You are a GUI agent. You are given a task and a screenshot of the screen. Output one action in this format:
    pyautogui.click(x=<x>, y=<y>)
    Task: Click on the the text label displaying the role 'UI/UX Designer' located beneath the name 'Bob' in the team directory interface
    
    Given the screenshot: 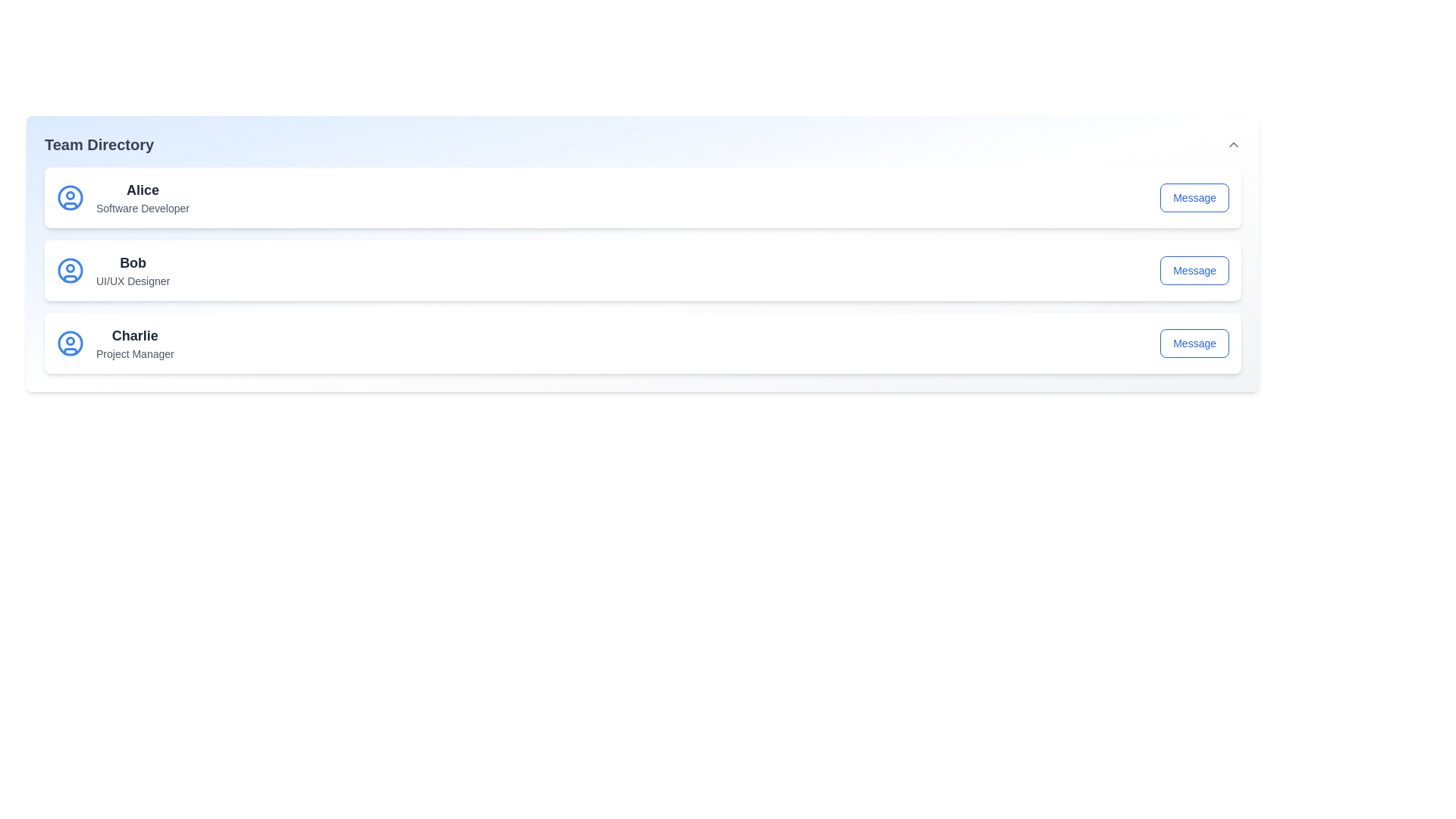 What is the action you would take?
    pyautogui.click(x=133, y=281)
    